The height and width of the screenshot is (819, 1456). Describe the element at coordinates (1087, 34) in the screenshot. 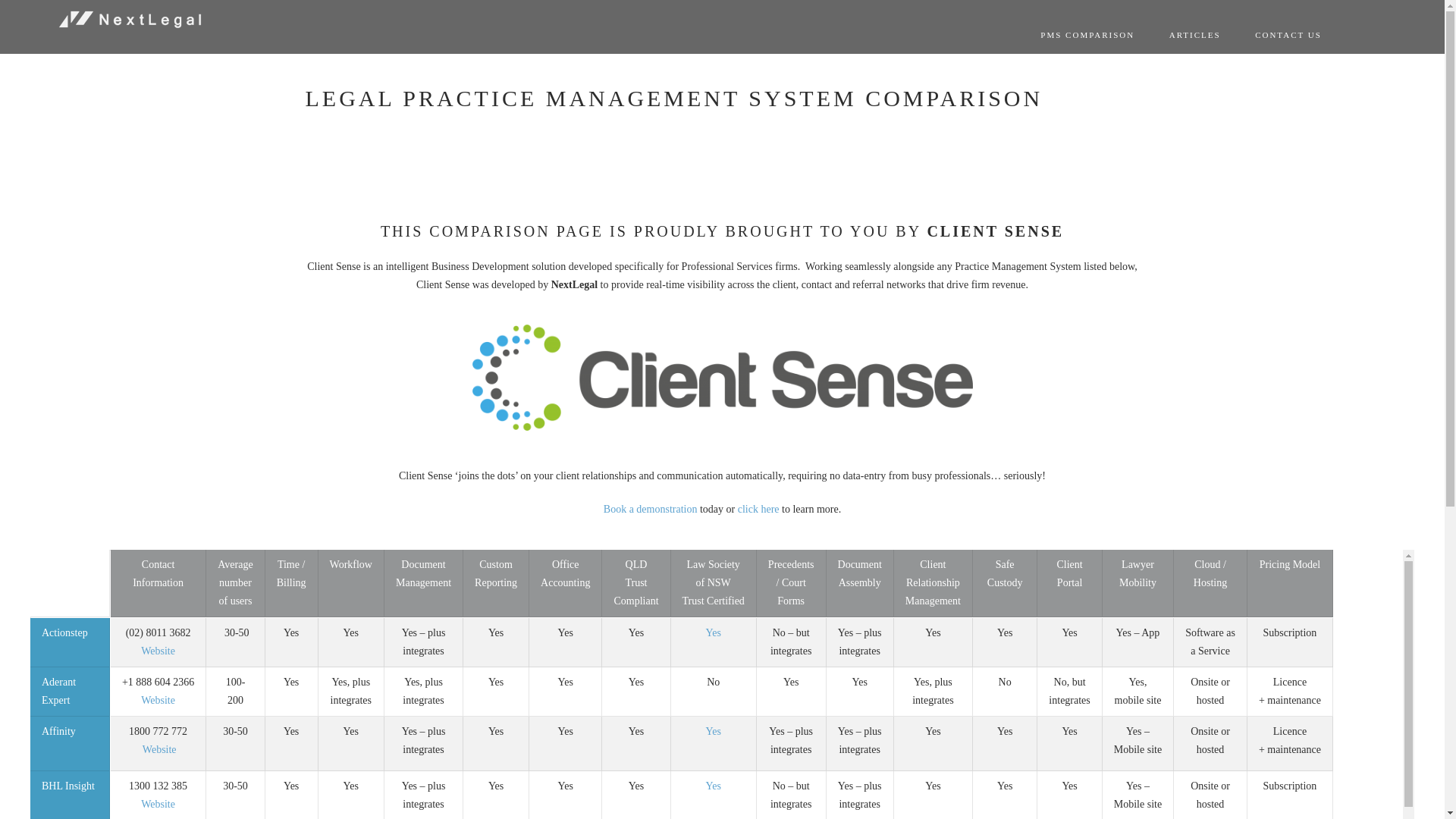

I see `'PMS COMPARISON'` at that location.